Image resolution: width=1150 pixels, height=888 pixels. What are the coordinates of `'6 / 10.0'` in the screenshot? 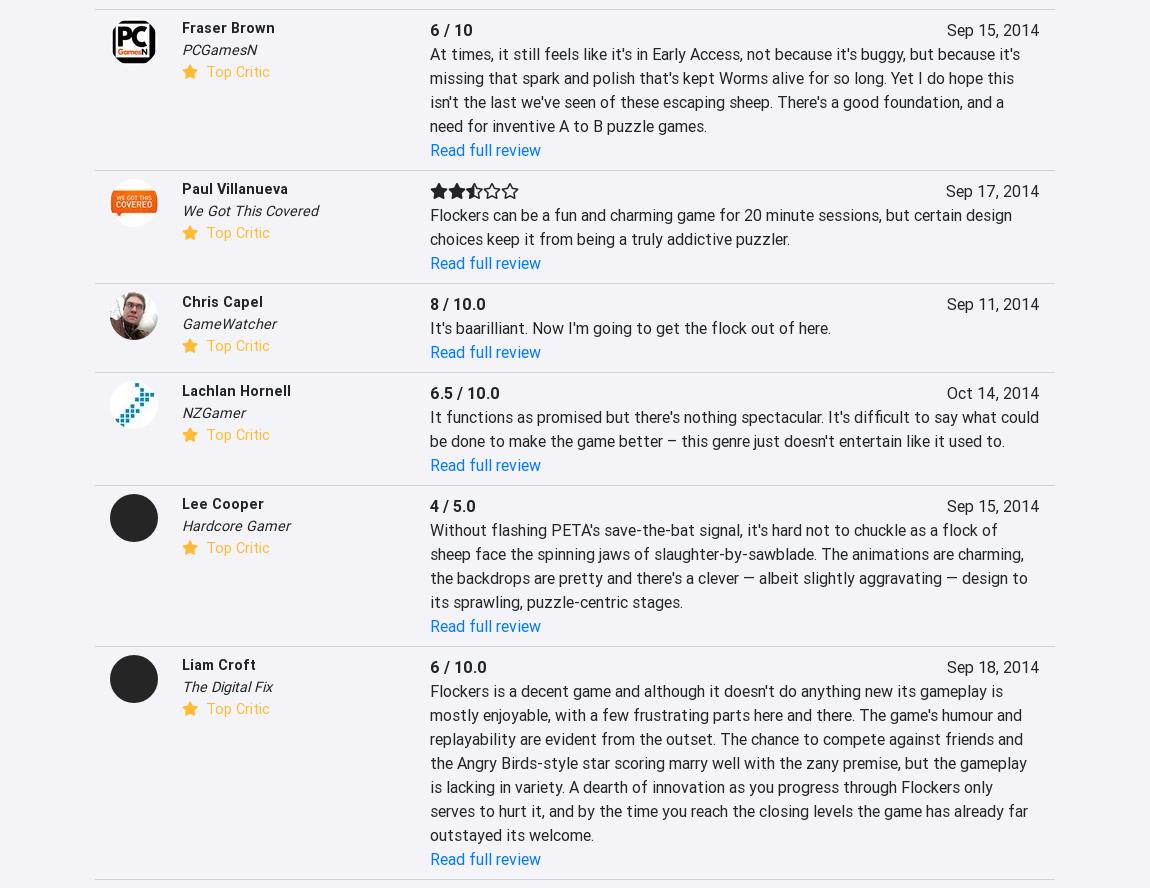 It's located at (457, 666).